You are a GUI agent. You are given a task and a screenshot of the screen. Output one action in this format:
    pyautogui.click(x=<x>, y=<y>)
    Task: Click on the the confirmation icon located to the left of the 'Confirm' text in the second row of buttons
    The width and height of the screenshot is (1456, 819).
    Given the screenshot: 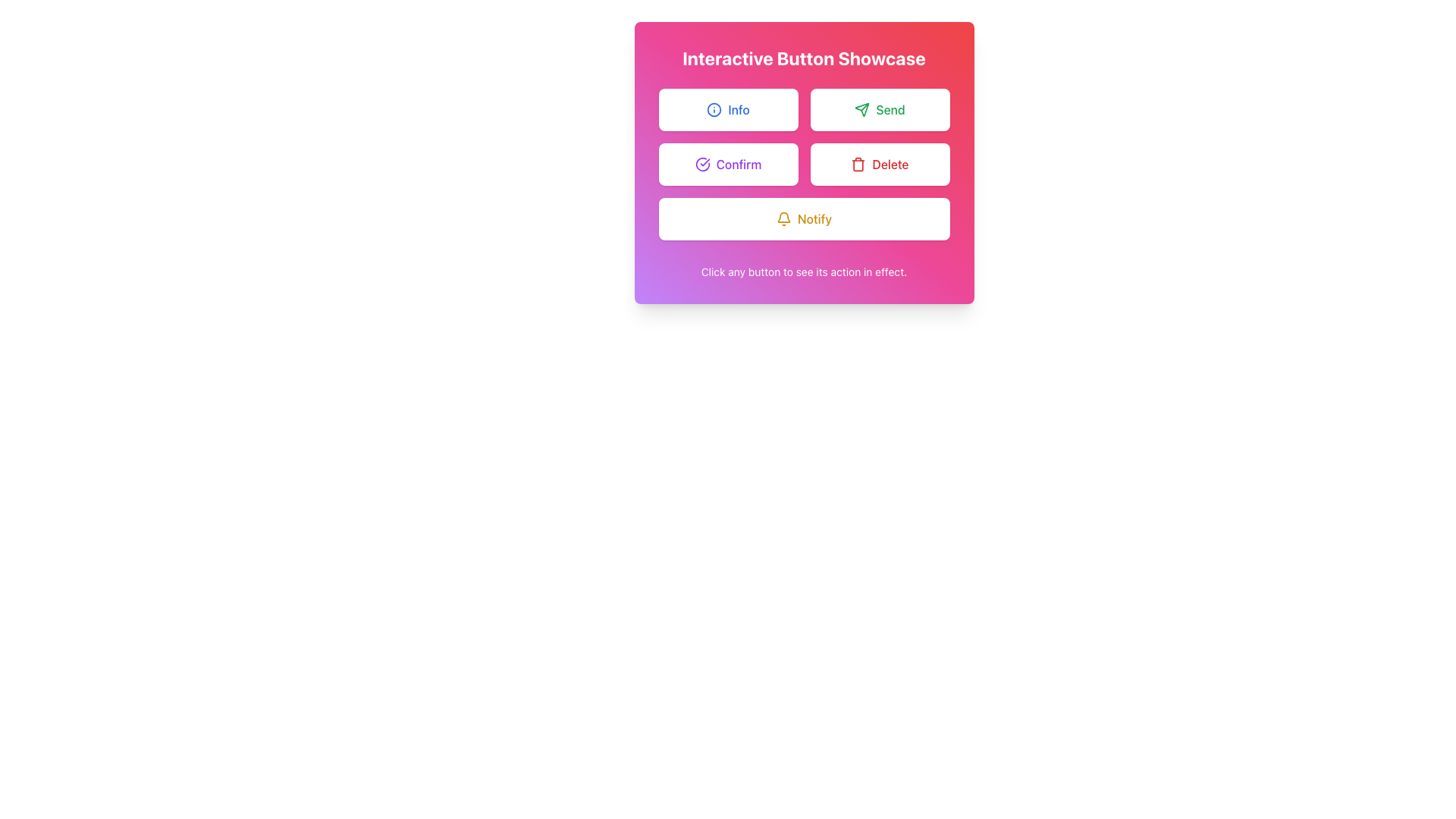 What is the action you would take?
    pyautogui.click(x=701, y=164)
    